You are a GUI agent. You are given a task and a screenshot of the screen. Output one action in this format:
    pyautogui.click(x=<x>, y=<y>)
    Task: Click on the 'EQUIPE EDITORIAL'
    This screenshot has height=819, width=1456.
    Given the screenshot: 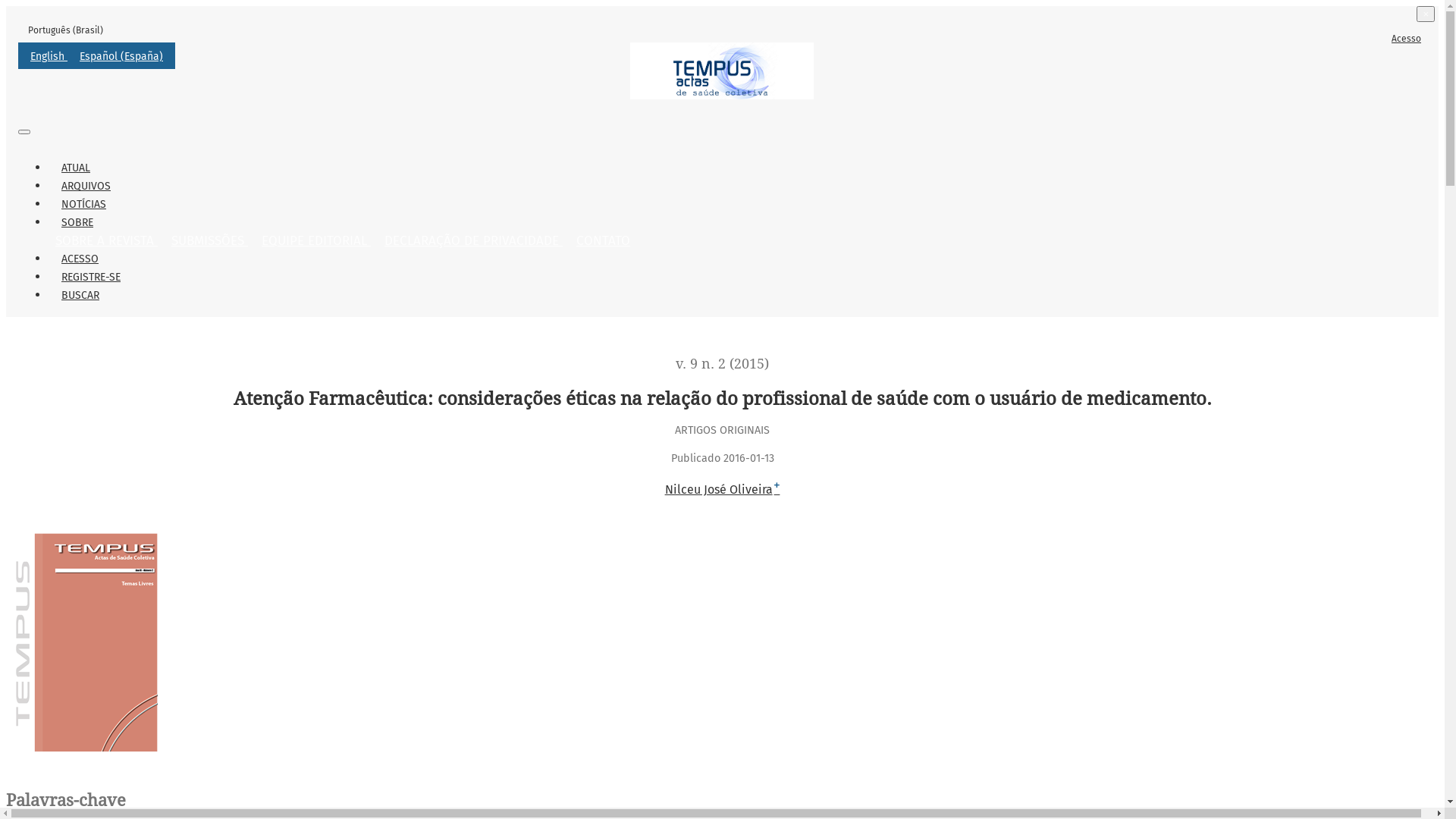 What is the action you would take?
    pyautogui.click(x=255, y=240)
    